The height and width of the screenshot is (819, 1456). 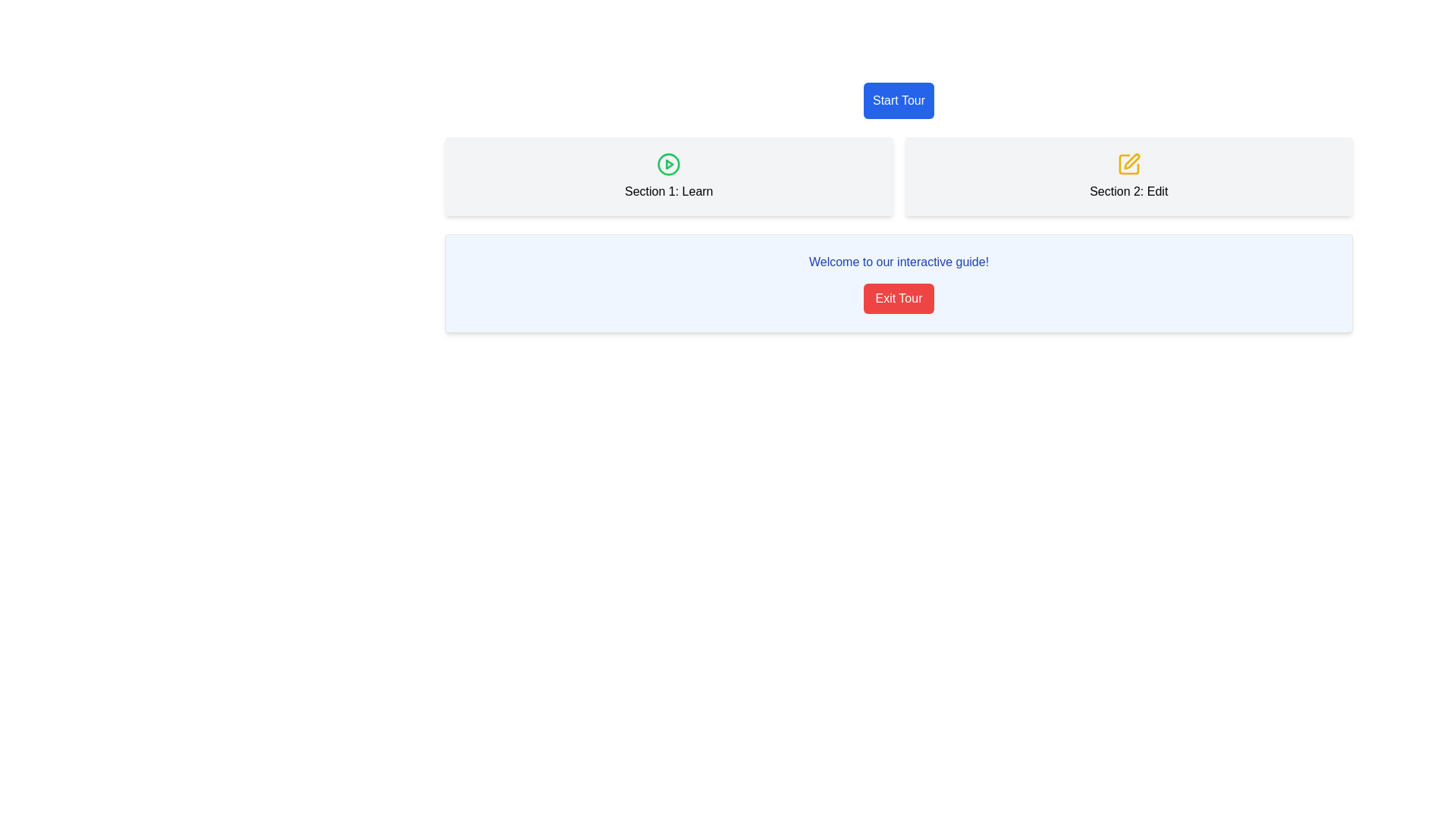 What do you see at coordinates (1128, 164) in the screenshot?
I see `the yellow square icon with a pen symbol inside, located within the light gray card labeled 'Section 2: Edit'` at bounding box center [1128, 164].